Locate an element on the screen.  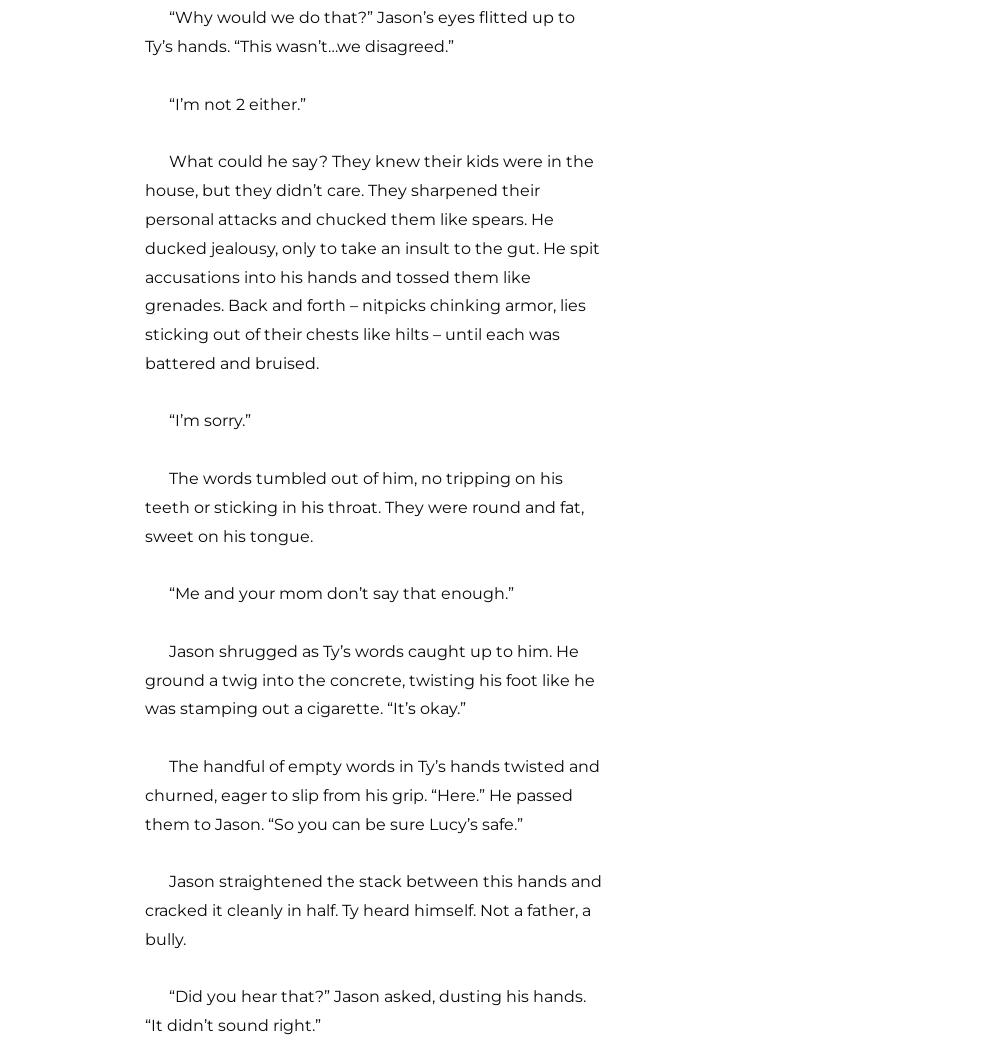
'What could he say? They knew their kids were in the house, but they didn’t care. They sharpened their personal attacks and chucked them like spears. He ducked jealousy, only to take an insult to the gut. He spit accusations into his hands and tossed them like grenades. Back and forth – nitpicks chinking armor, lies sticking out of their chests like hilts – until each was battered and bruised.' is located at coordinates (371, 261).